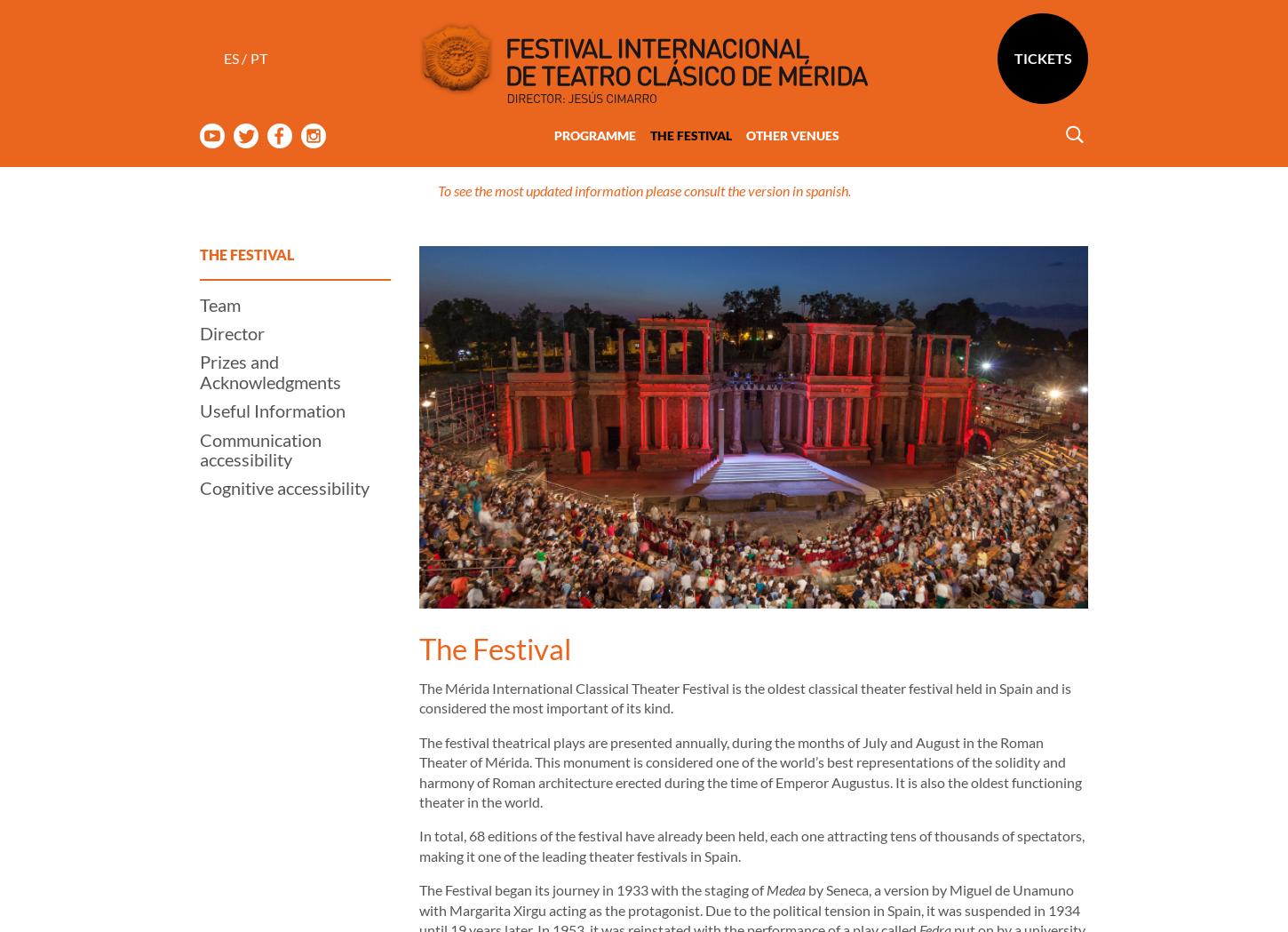 Image resolution: width=1288 pixels, height=932 pixels. I want to click on 'Oedipus', so click(861, 912).